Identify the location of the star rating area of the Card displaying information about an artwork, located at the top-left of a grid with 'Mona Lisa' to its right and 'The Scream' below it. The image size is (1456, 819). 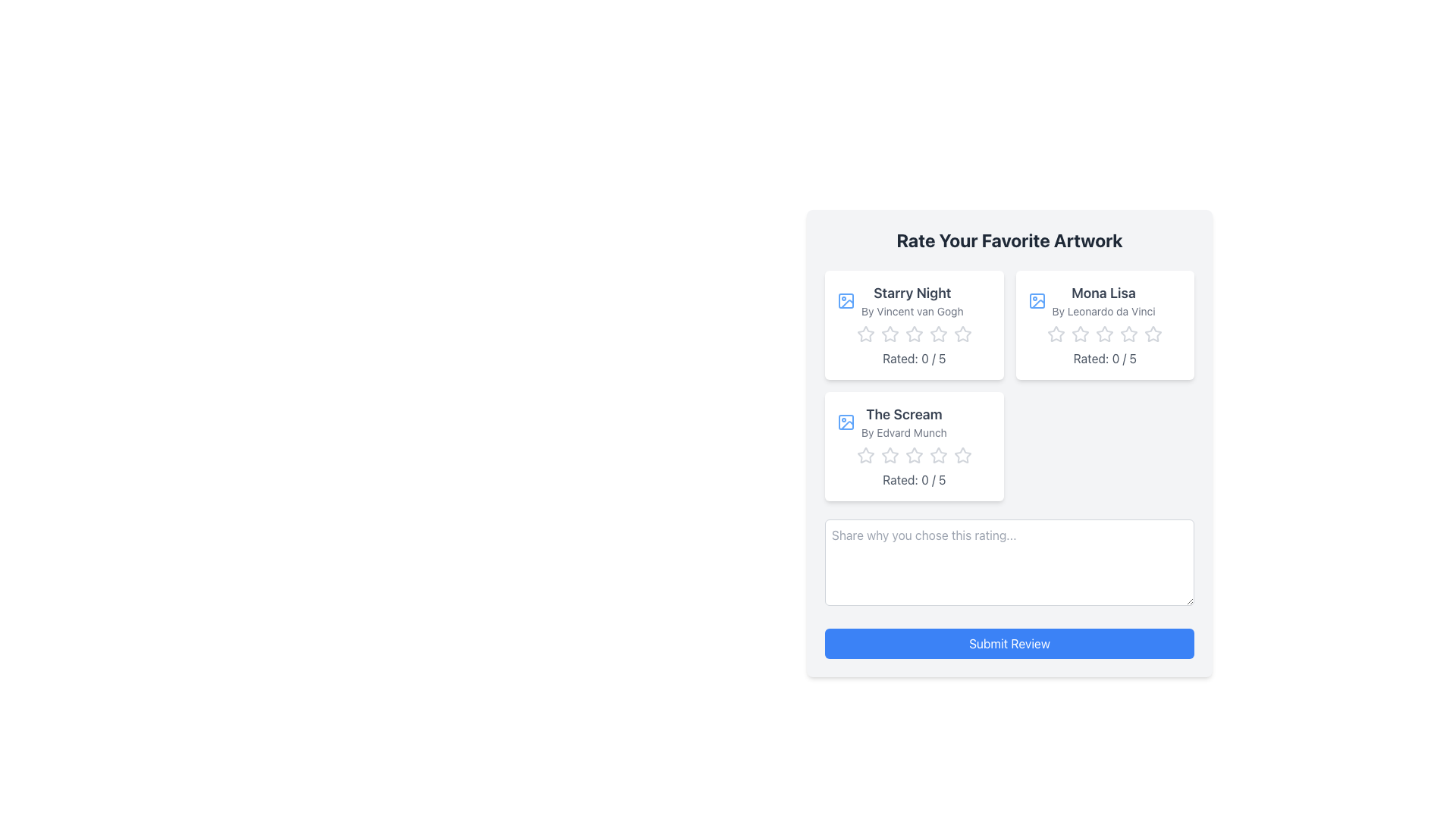
(913, 324).